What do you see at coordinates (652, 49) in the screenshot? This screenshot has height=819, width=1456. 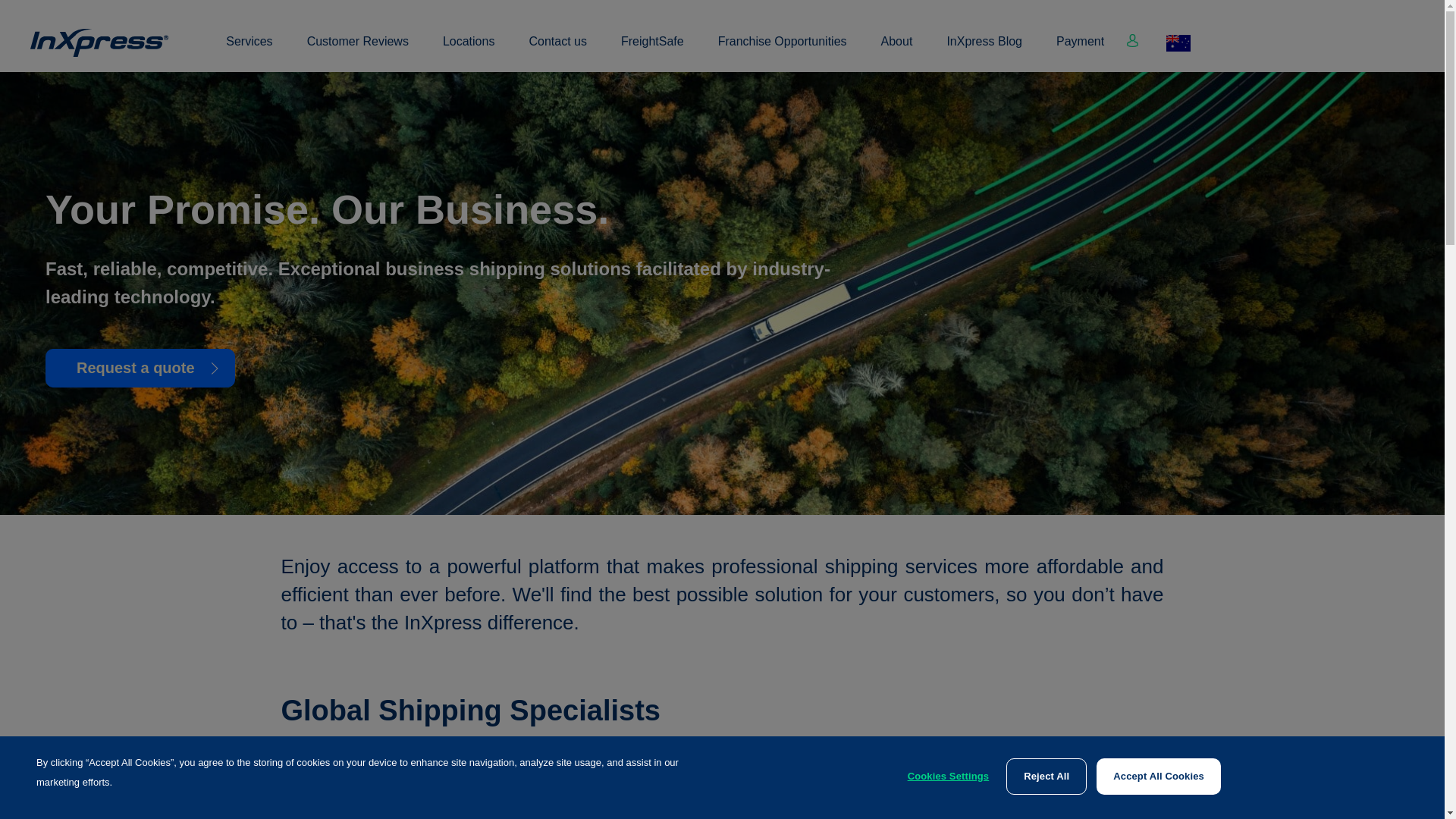 I see `'FreightSafe'` at bounding box center [652, 49].